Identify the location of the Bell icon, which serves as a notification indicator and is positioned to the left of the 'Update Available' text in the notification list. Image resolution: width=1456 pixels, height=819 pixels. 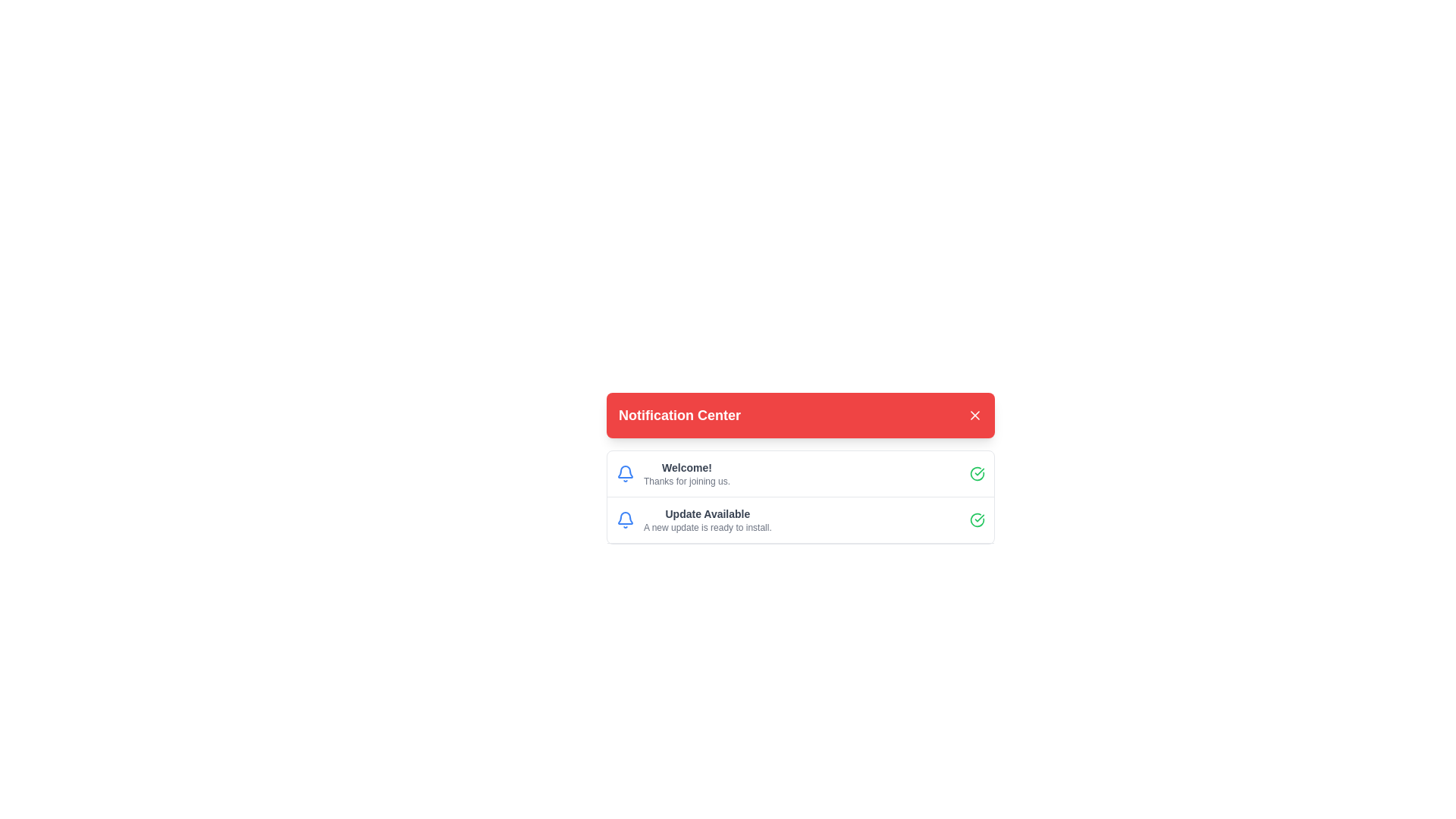
(626, 471).